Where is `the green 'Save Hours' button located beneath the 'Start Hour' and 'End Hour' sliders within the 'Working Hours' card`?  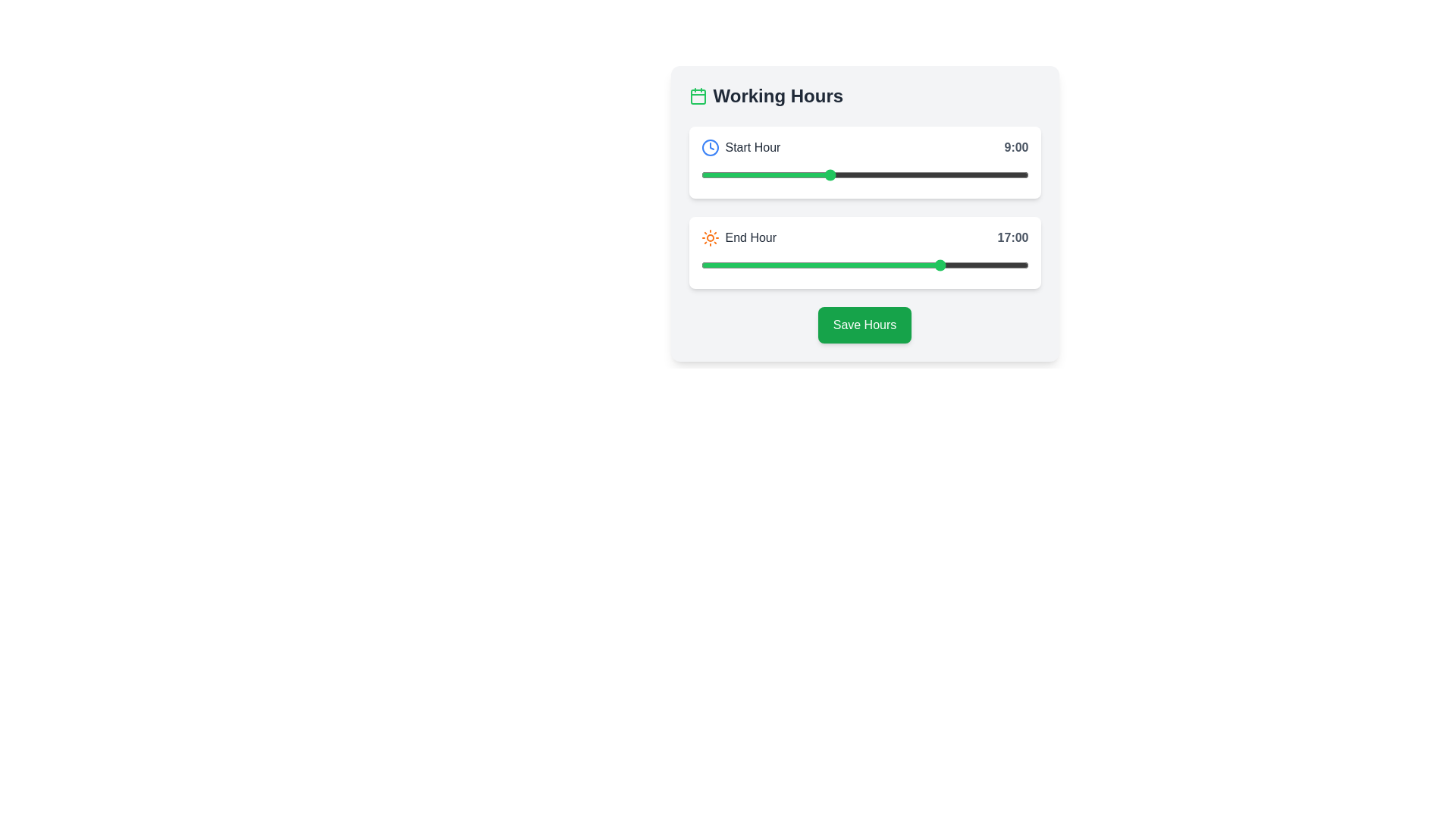 the green 'Save Hours' button located beneath the 'Start Hour' and 'End Hour' sliders within the 'Working Hours' card is located at coordinates (864, 324).